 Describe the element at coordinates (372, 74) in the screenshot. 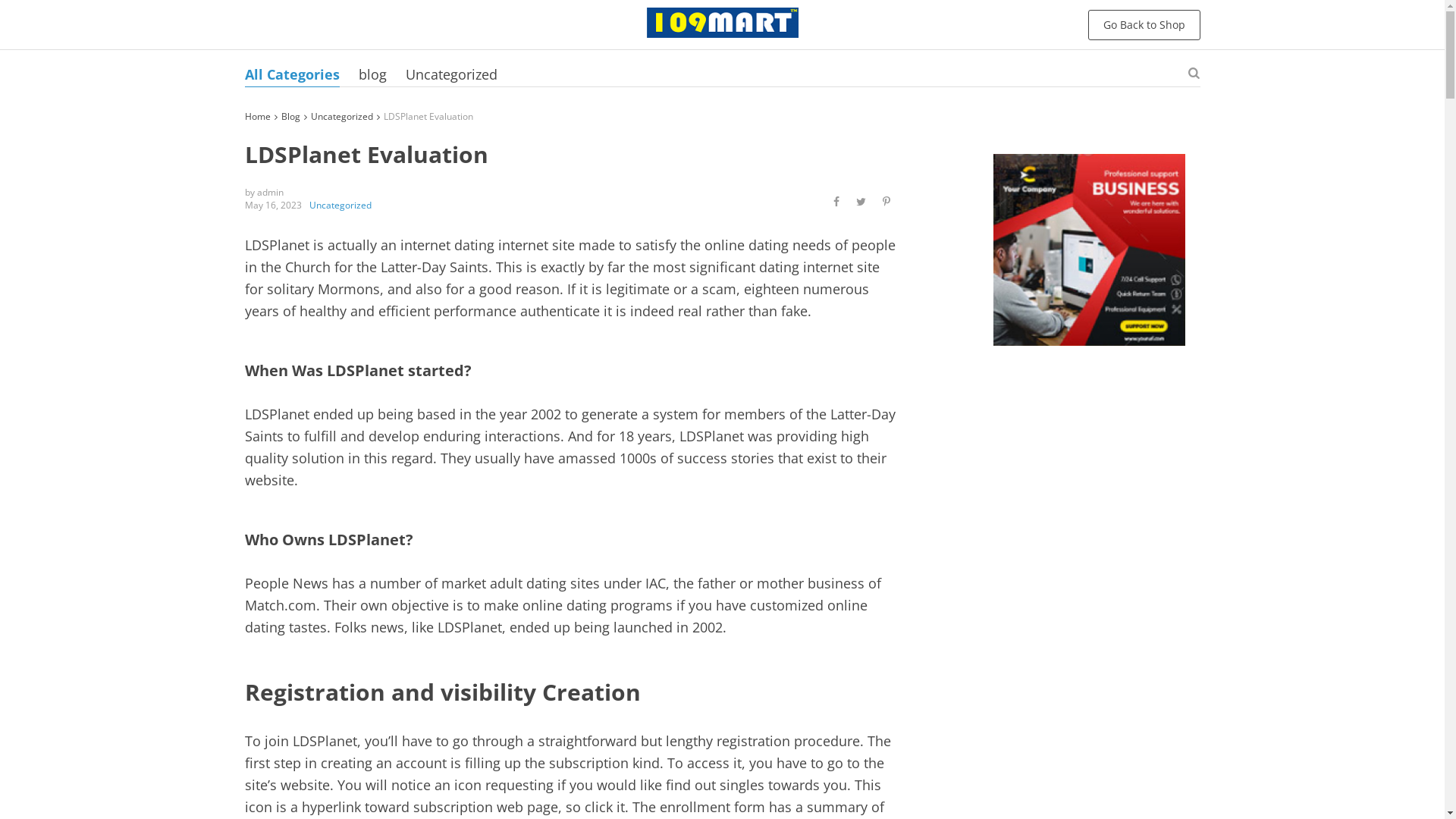

I see `'blog'` at that location.